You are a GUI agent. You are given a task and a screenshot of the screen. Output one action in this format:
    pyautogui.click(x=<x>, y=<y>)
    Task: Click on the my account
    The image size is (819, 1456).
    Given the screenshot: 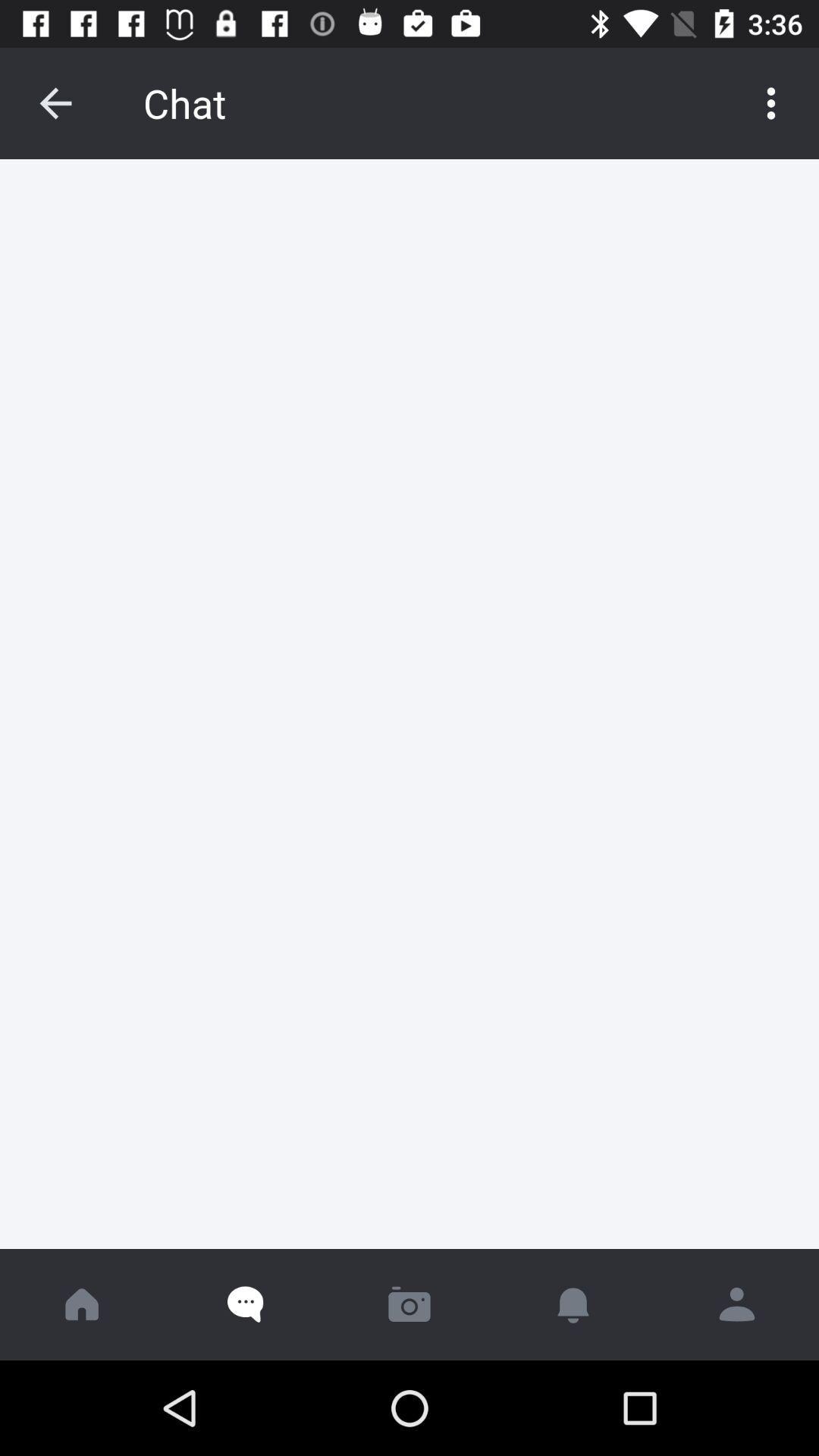 What is the action you would take?
    pyautogui.click(x=736, y=1304)
    